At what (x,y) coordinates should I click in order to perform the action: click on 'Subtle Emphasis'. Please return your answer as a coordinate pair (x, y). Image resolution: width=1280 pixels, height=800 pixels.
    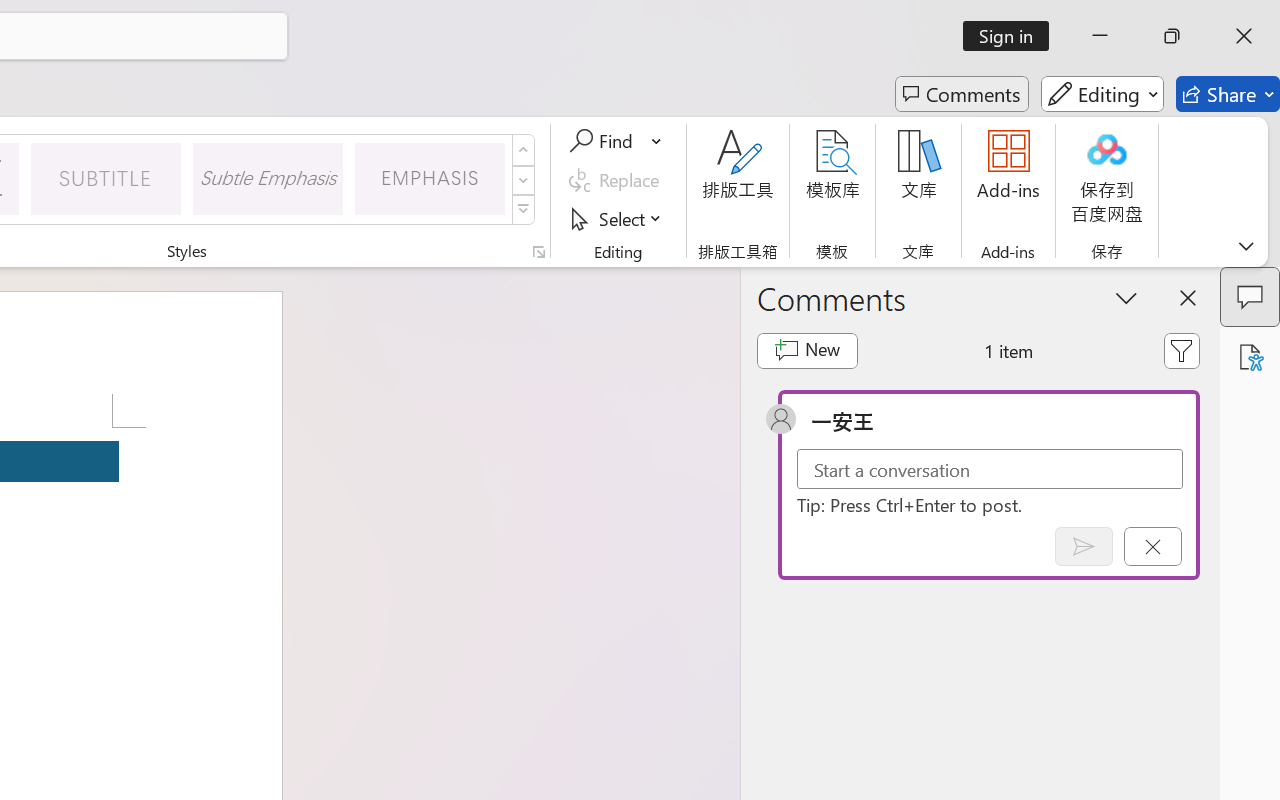
    Looking at the image, I should click on (267, 177).